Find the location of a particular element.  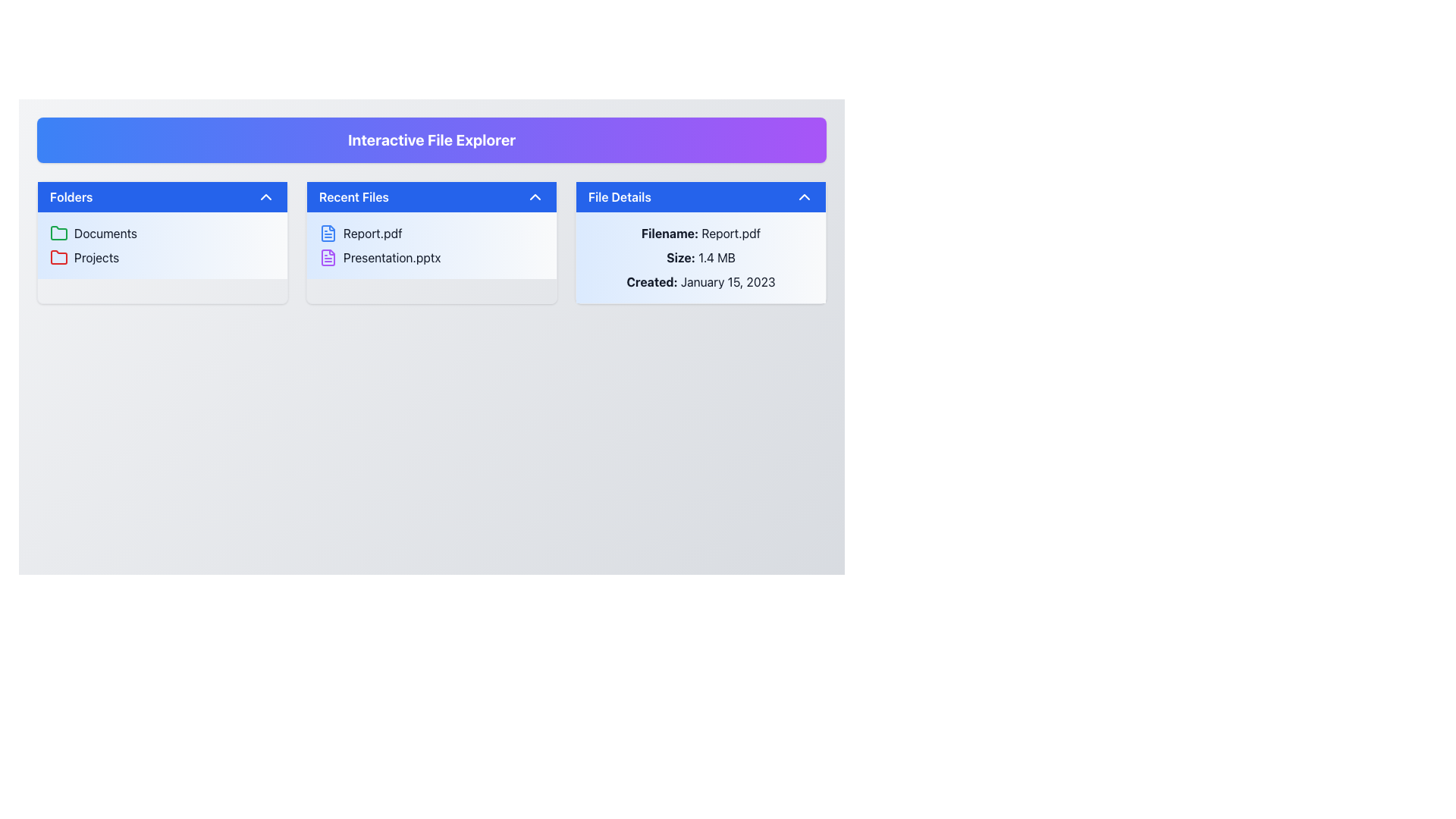

the 'Filename:' text label located in the 'File Details' section, which is positioned to the left of the file name 'Report.pdf' is located at coordinates (669, 234).